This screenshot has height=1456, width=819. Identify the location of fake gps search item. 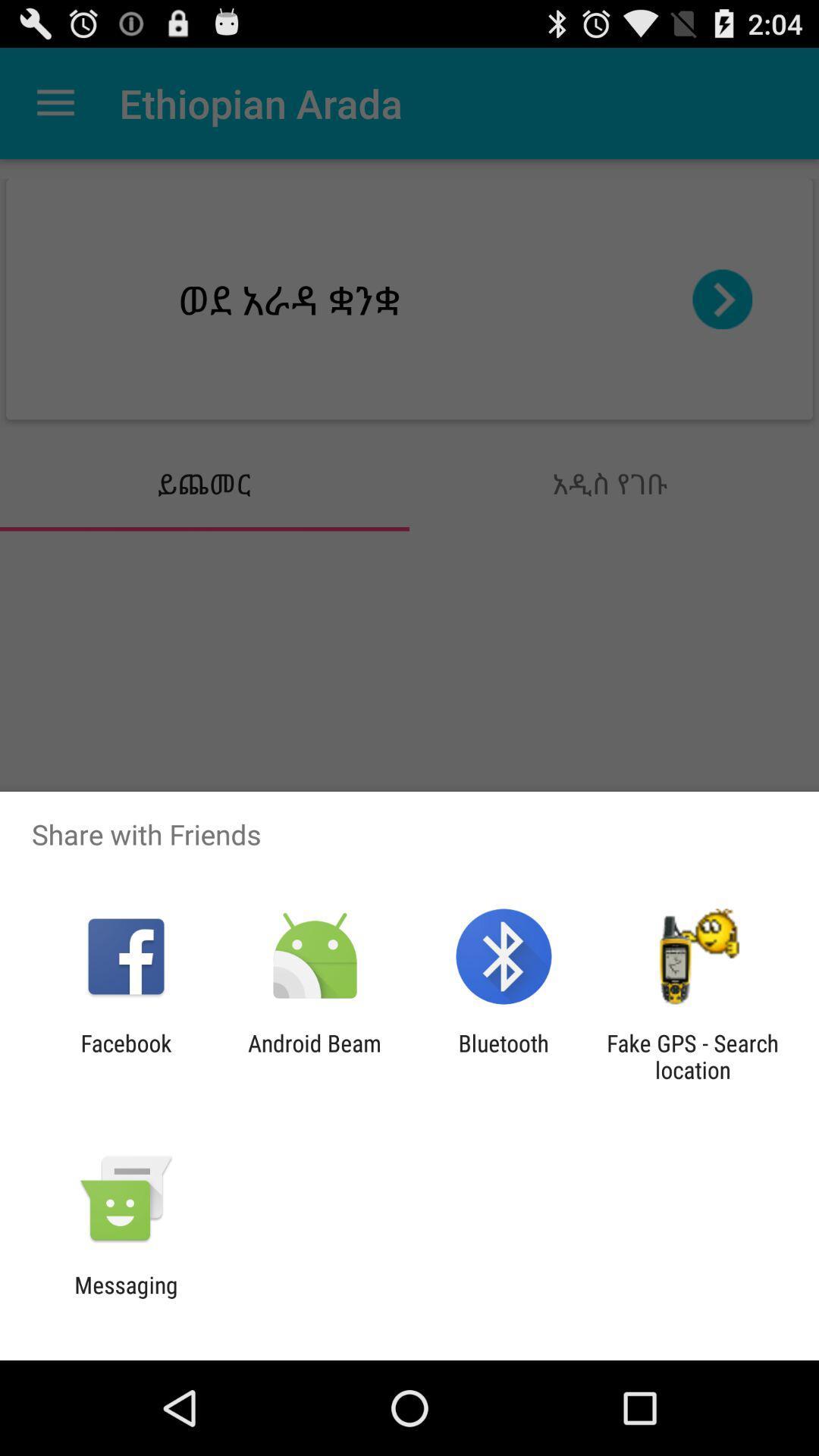
(692, 1056).